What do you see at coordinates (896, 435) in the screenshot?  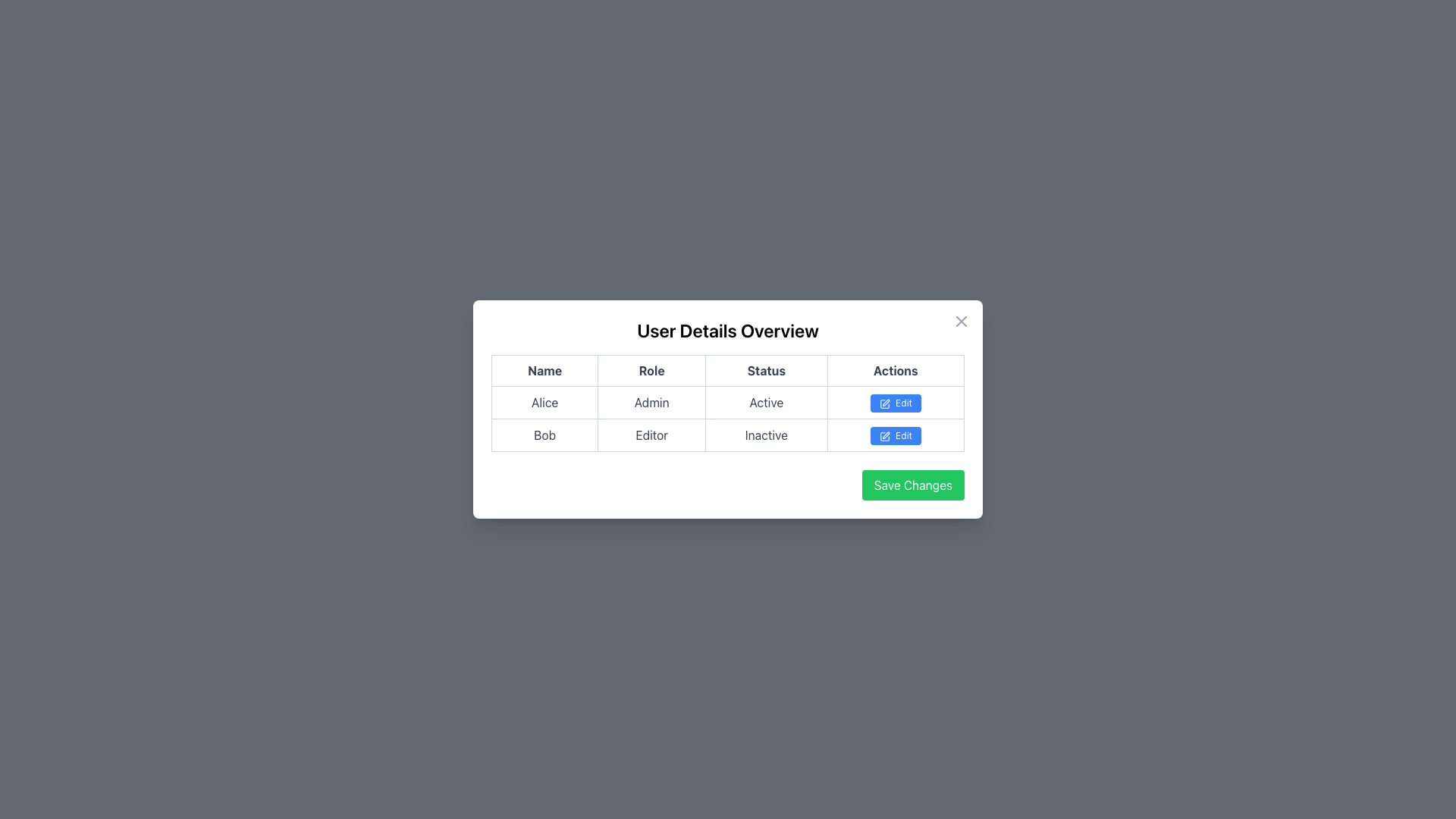 I see `the 'Edit' button with a blue background and white text located in the lower-right corner of the table, in the fourth column of the second row under the 'Actions' header` at bounding box center [896, 435].